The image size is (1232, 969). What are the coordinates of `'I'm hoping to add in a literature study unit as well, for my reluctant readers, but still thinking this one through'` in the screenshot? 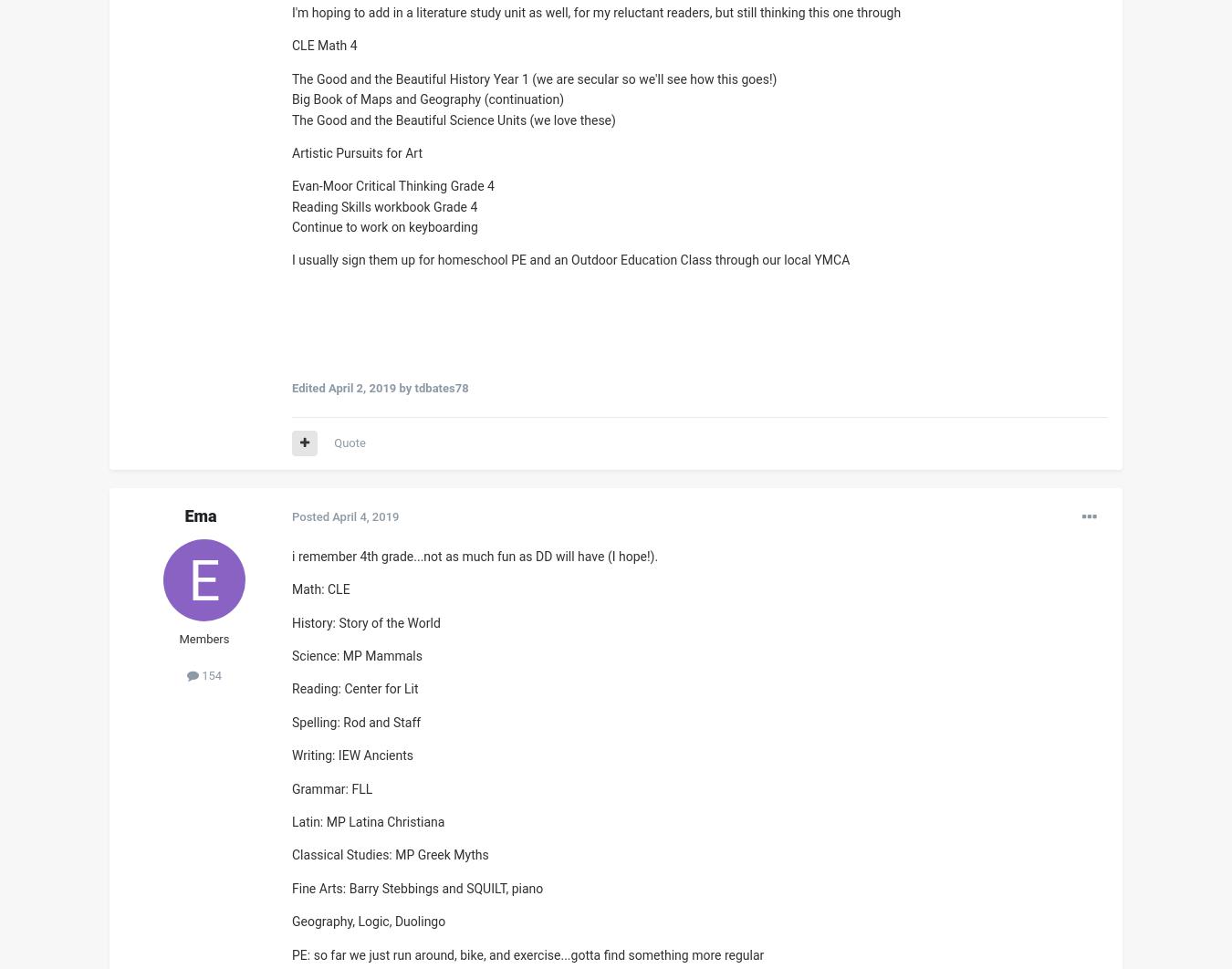 It's located at (596, 11).